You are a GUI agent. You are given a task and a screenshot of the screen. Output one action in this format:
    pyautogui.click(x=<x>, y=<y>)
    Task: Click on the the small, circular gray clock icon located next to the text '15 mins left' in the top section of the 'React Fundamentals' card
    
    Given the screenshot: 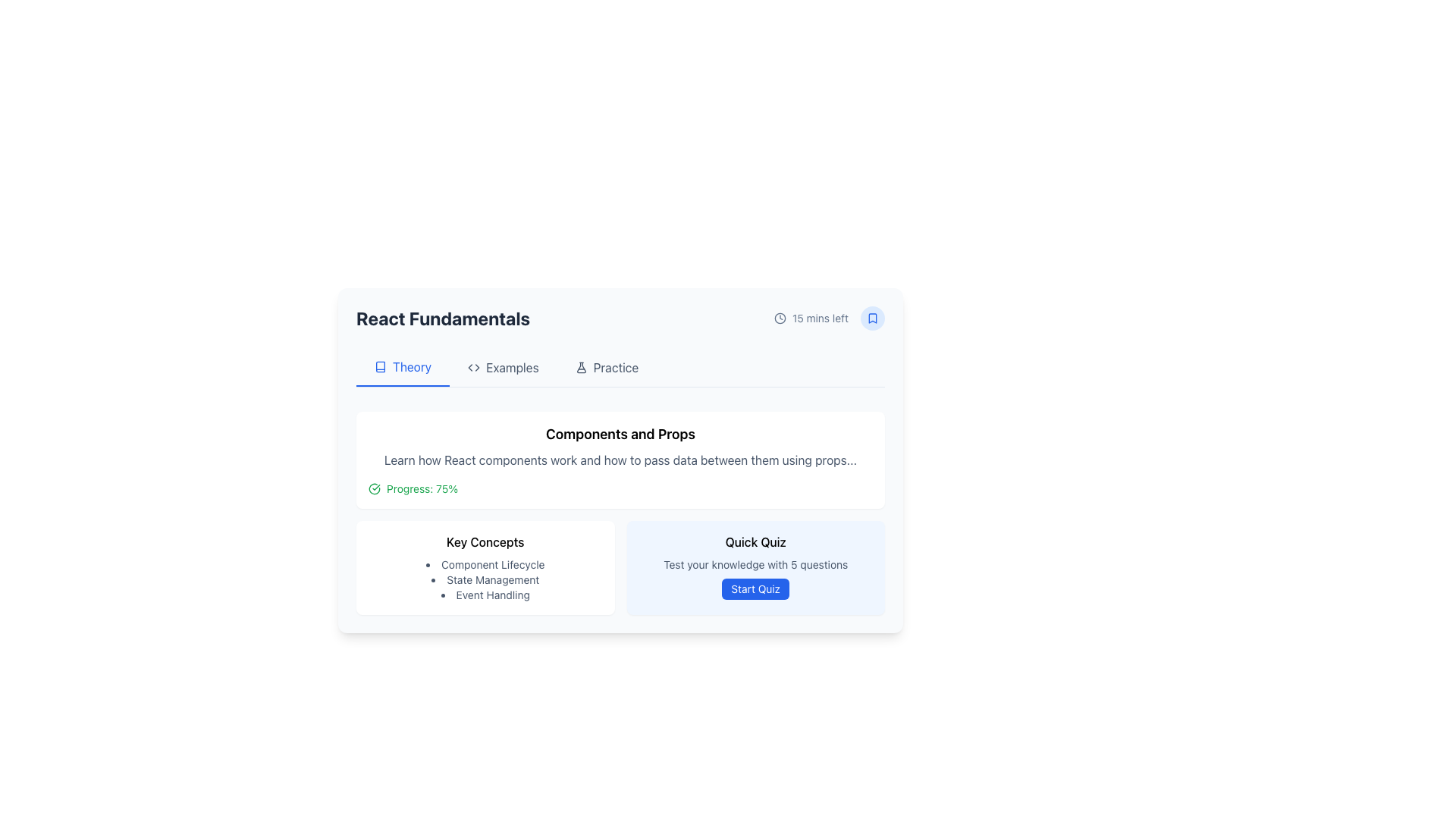 What is the action you would take?
    pyautogui.click(x=780, y=318)
    